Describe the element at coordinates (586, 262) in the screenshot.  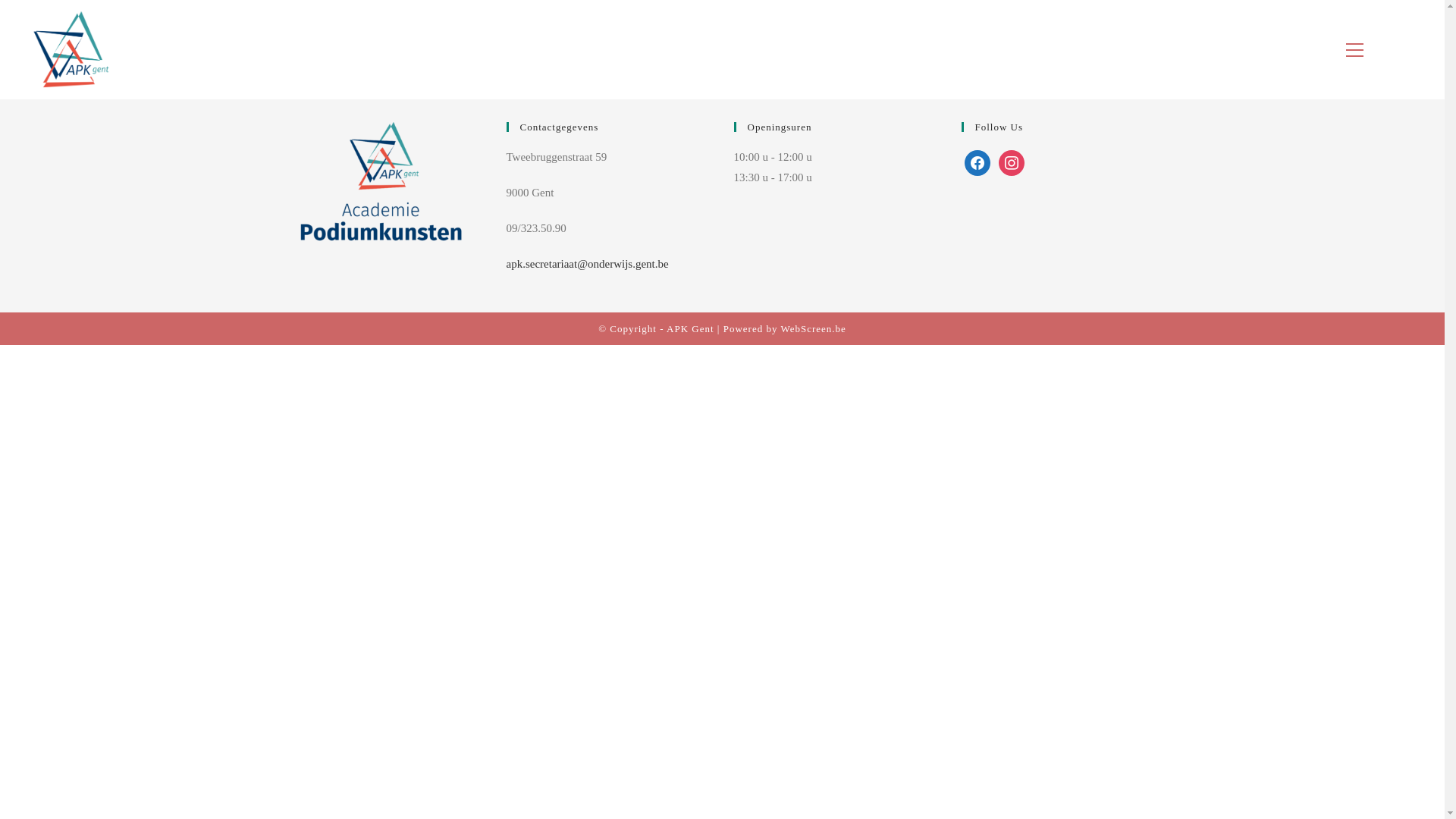
I see `'apk.secretariaat@onderwijs.gent.be'` at that location.